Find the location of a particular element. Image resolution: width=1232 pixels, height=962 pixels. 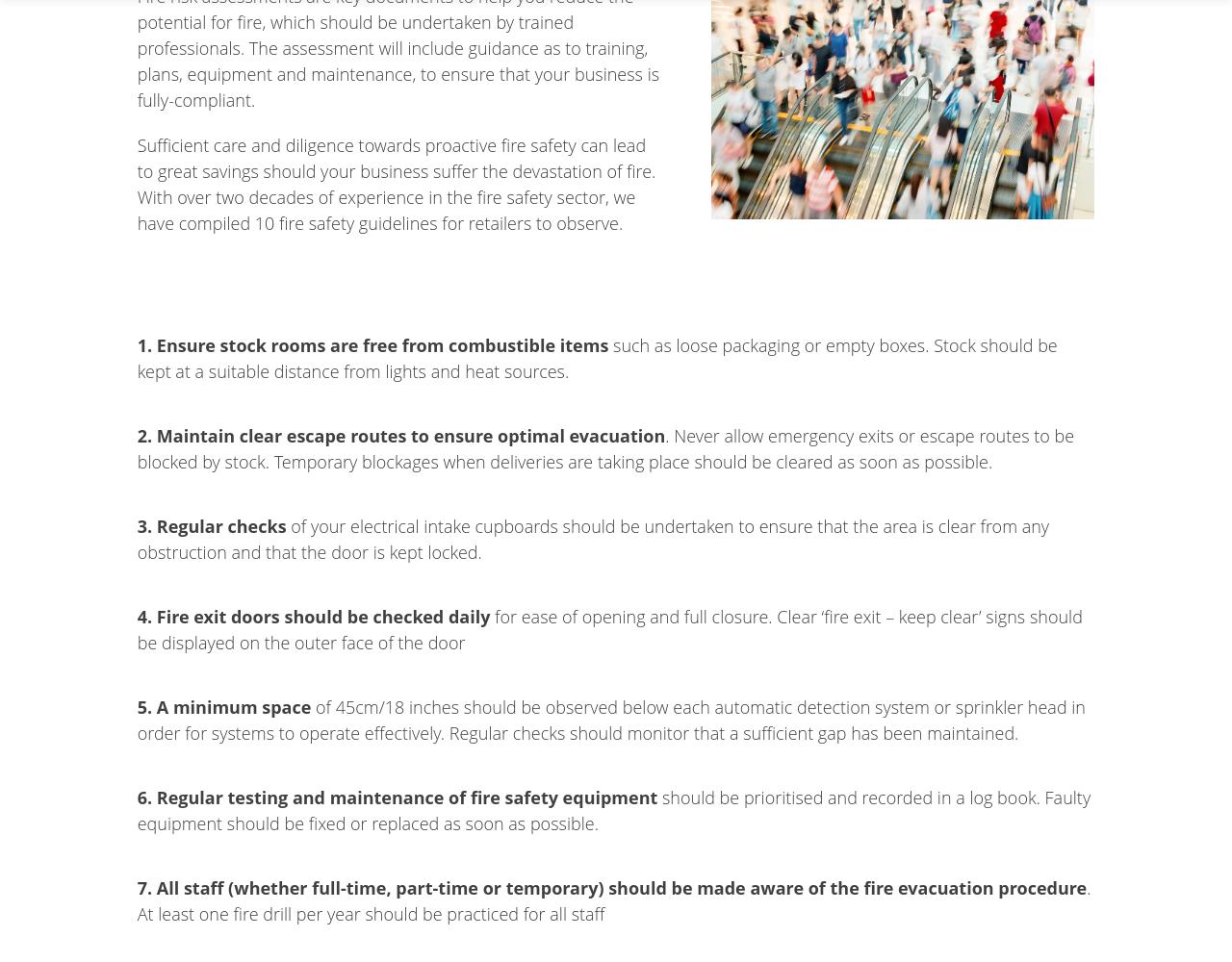

'1. Ensure stock rooms are free from combustible items' is located at coordinates (135, 343).